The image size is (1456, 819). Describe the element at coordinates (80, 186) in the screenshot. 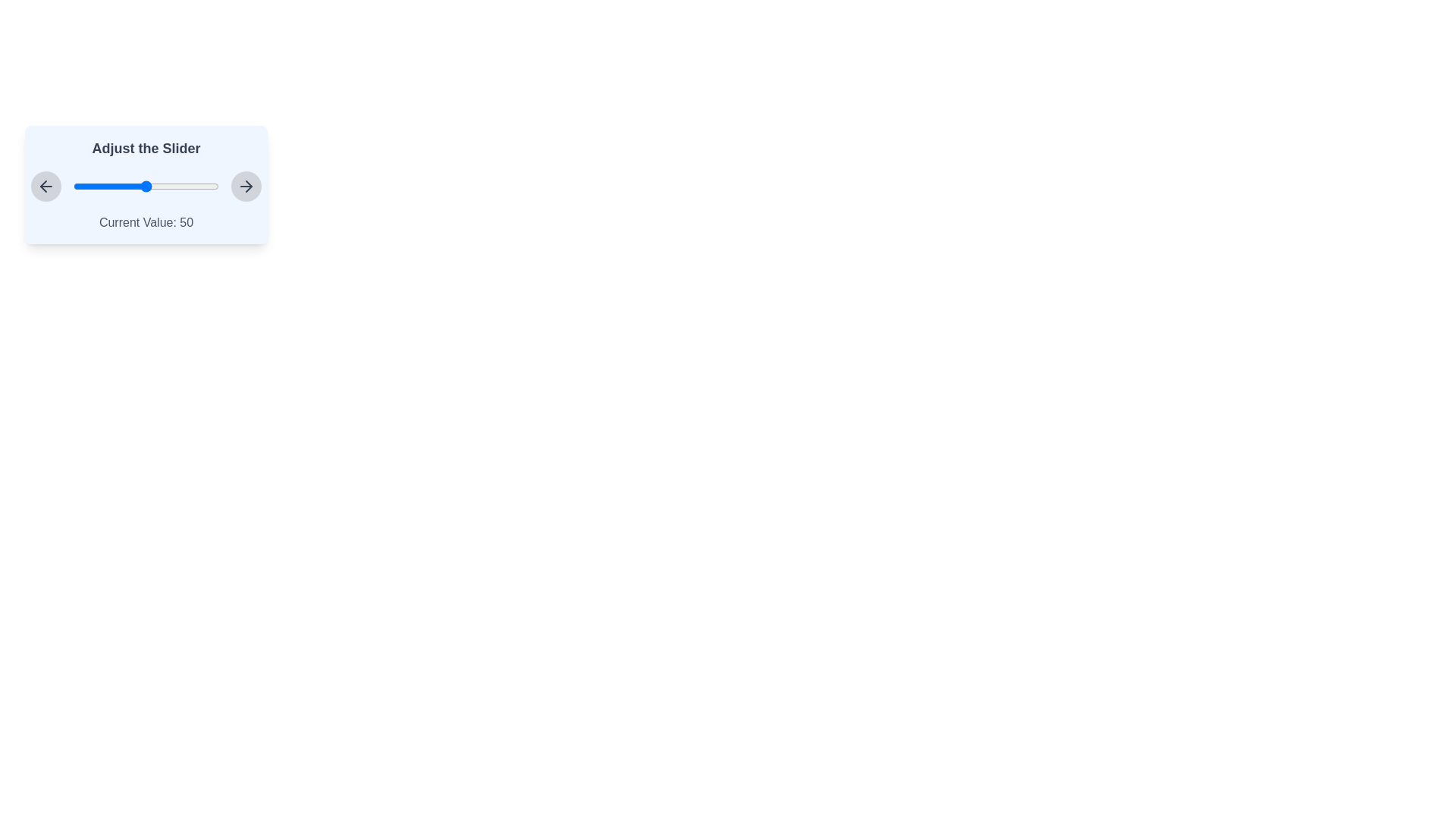

I see `the slider` at that location.